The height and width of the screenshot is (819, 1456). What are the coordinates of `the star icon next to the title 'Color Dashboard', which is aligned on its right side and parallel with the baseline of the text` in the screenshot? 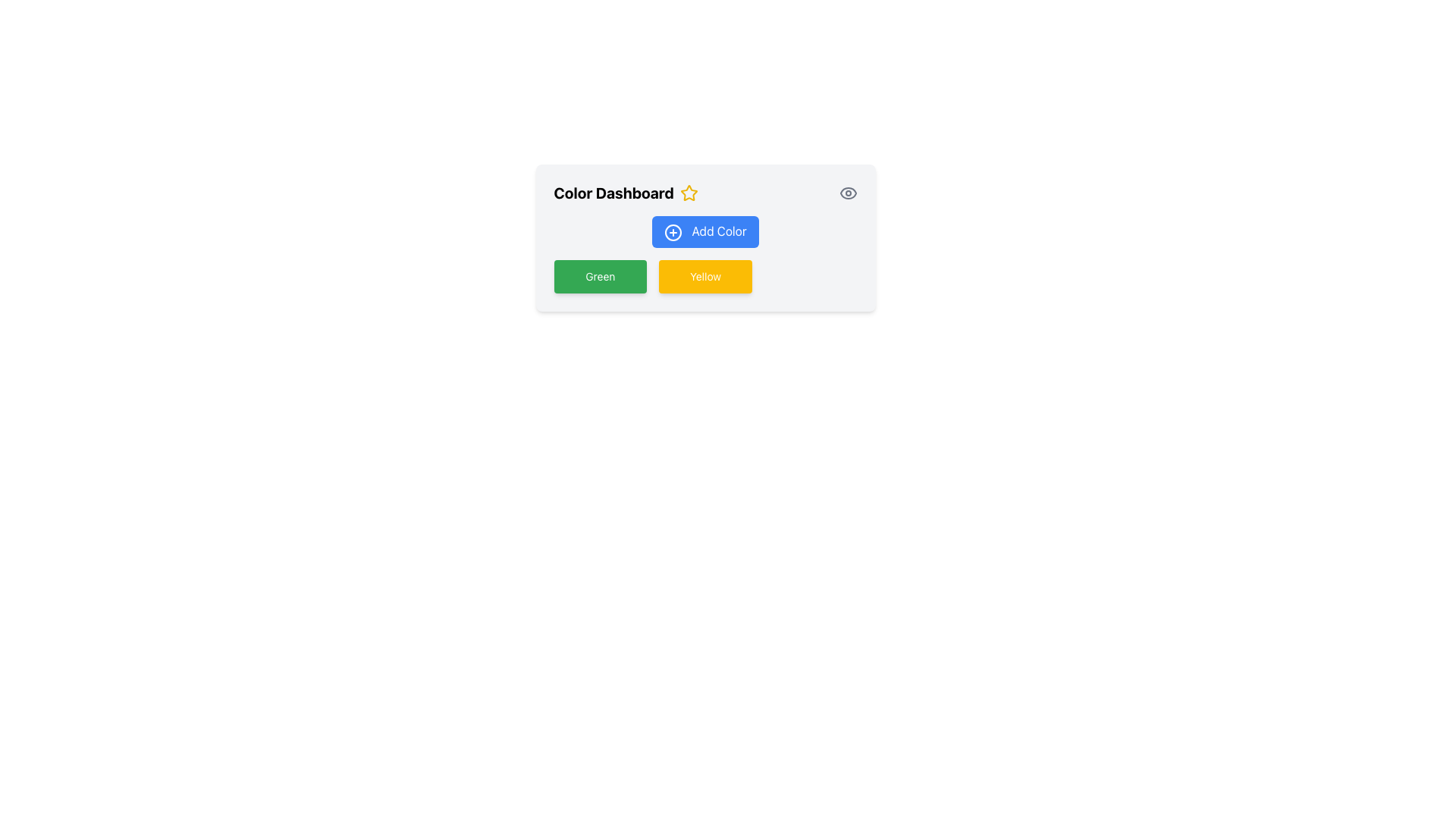 It's located at (688, 192).